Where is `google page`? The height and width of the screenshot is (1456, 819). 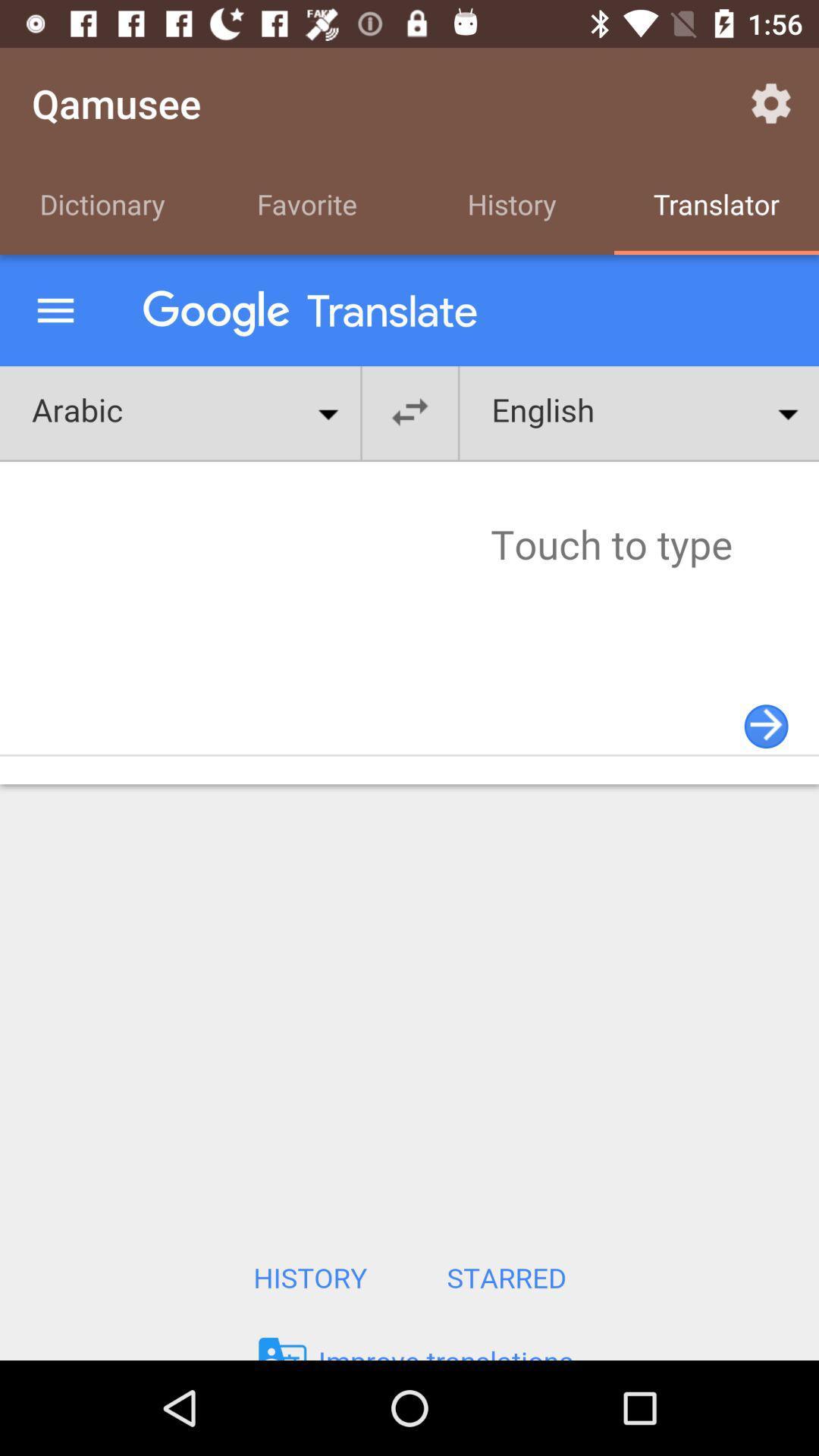
google page is located at coordinates (409, 807).